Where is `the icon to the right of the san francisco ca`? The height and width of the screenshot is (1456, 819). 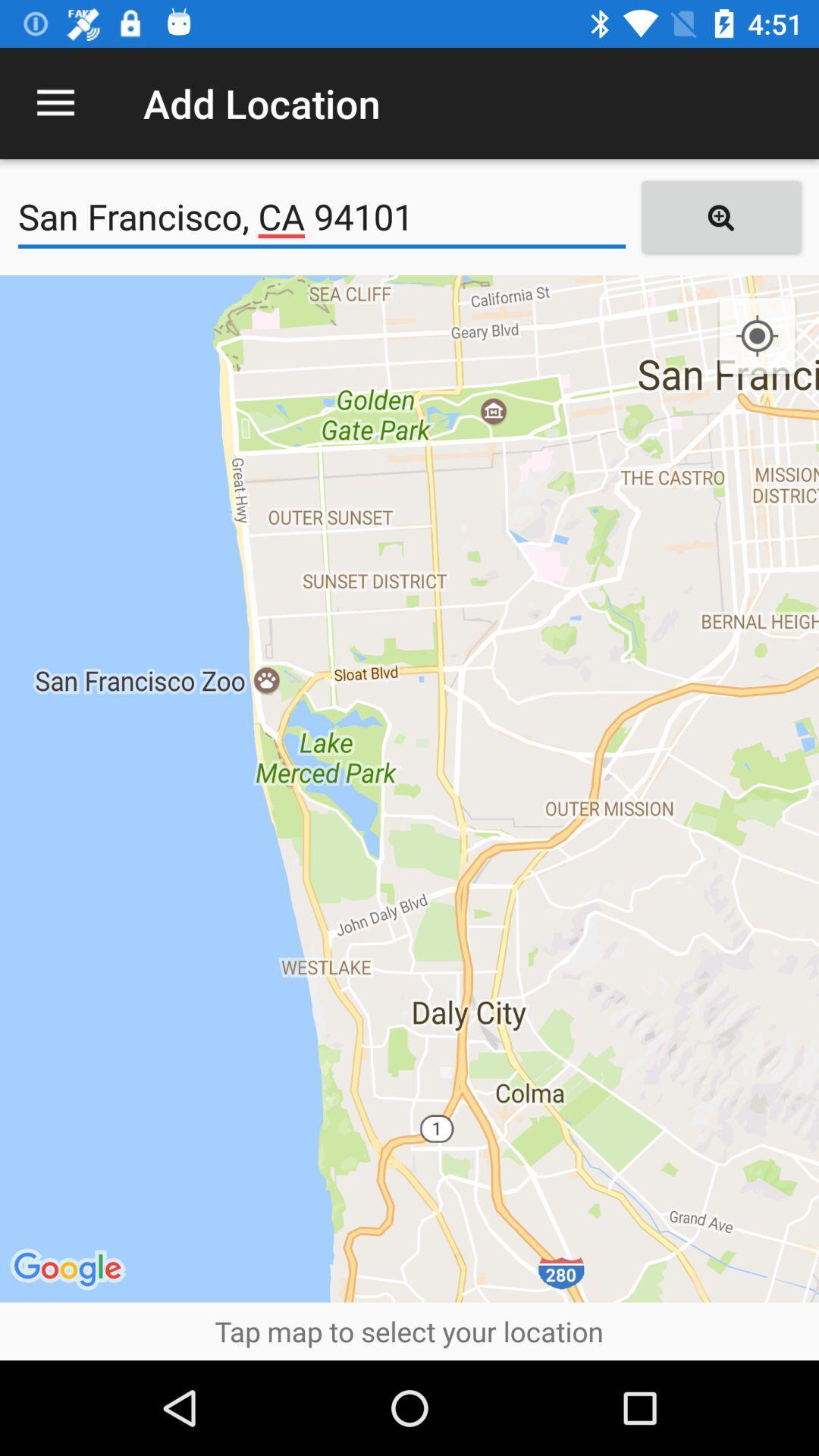
the icon to the right of the san francisco ca is located at coordinates (720, 216).